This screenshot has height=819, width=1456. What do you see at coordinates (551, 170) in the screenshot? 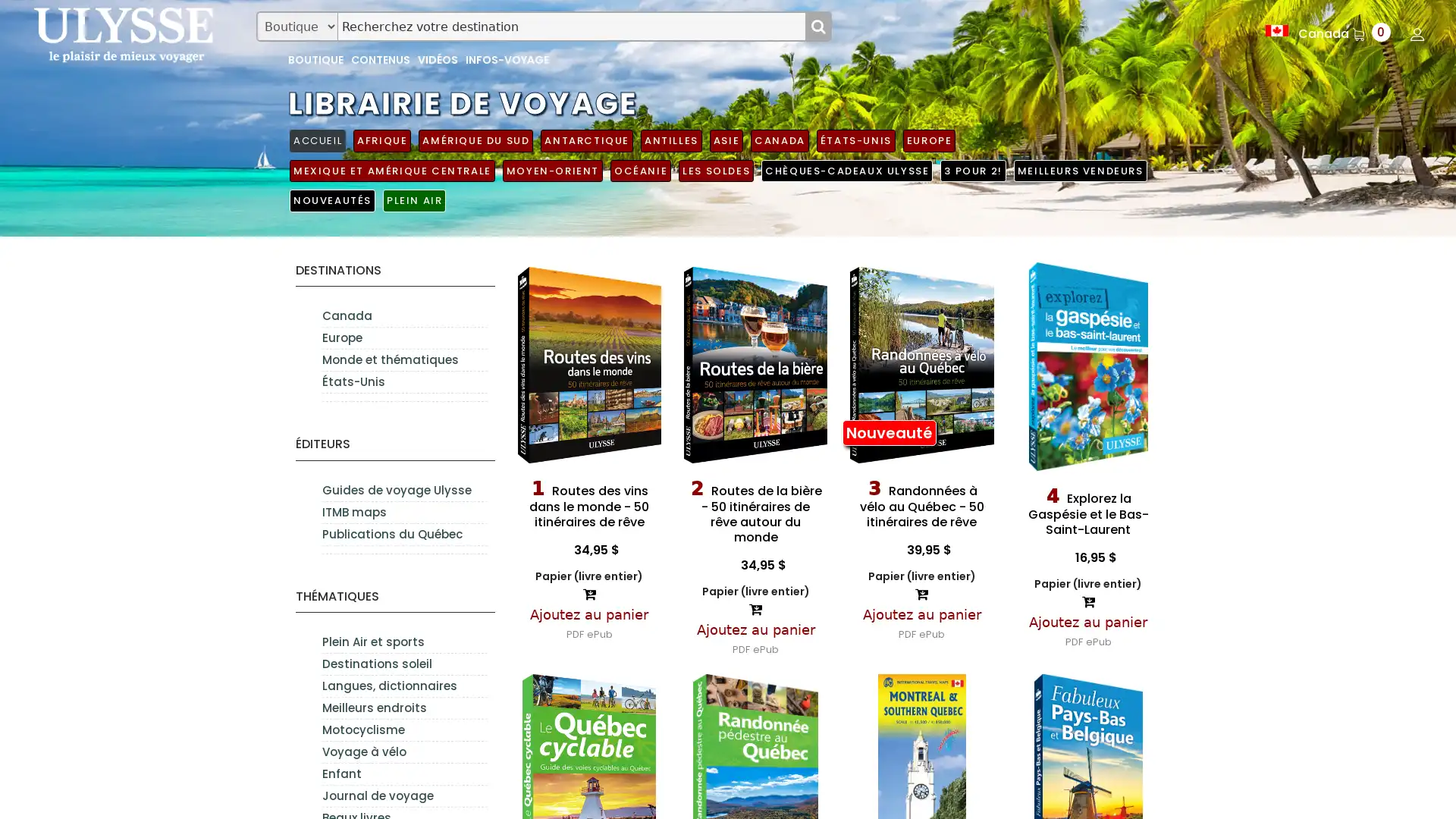
I see `MOYEN-ORIENT` at bounding box center [551, 170].